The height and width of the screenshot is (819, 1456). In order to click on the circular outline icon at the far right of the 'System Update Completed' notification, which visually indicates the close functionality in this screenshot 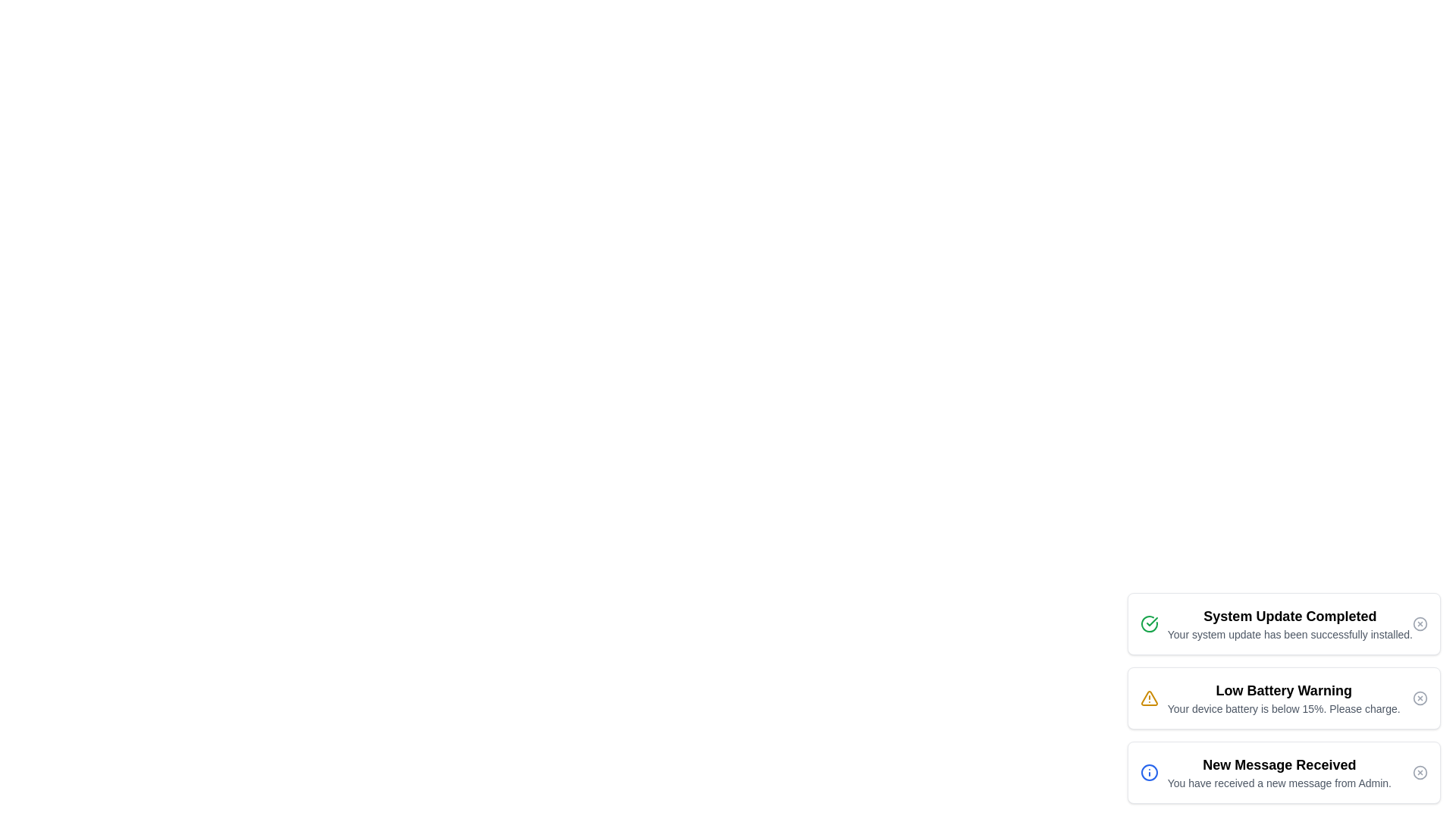, I will do `click(1419, 623)`.